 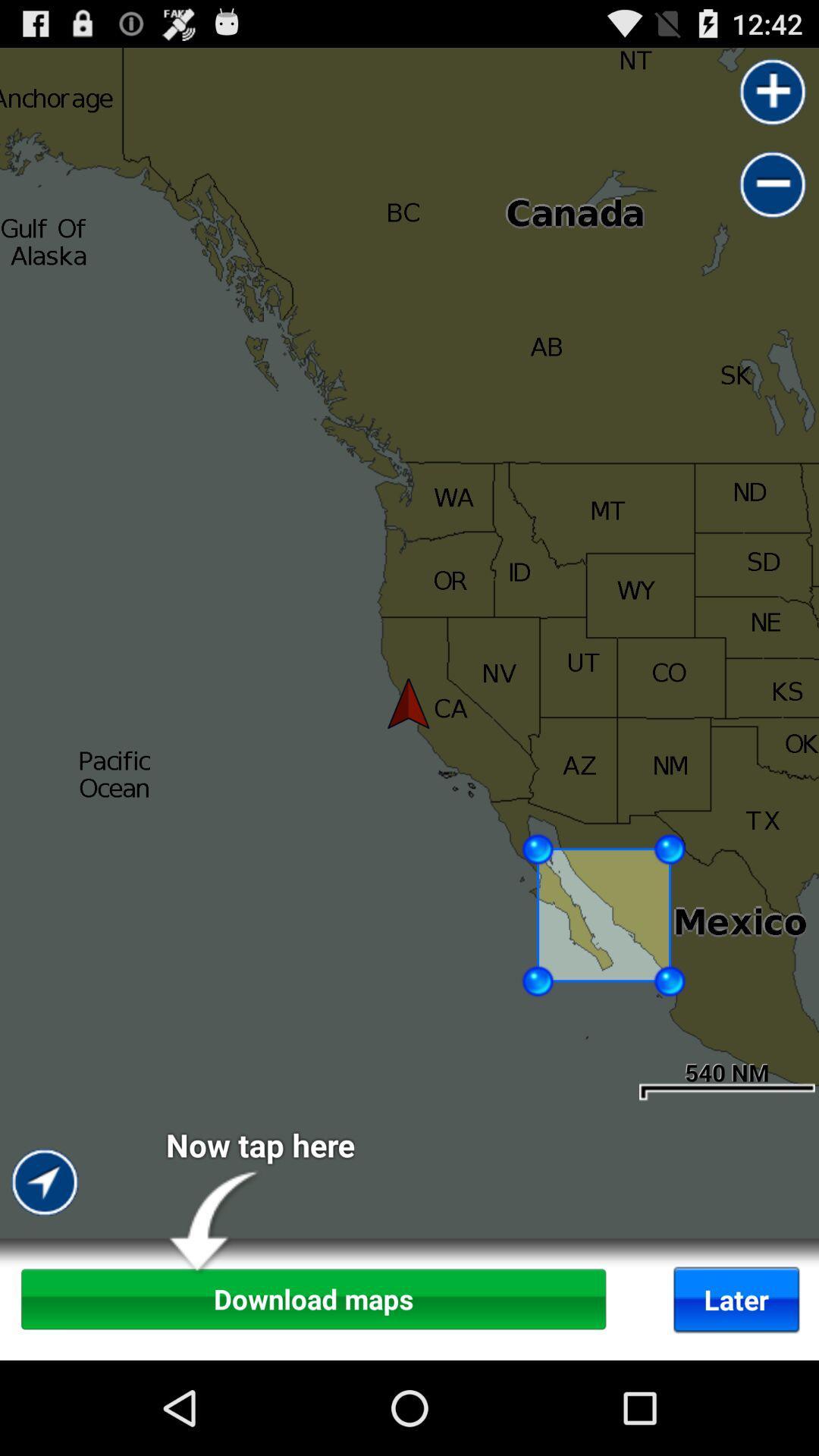 What do you see at coordinates (45, 1291) in the screenshot?
I see `the navigation icon` at bounding box center [45, 1291].